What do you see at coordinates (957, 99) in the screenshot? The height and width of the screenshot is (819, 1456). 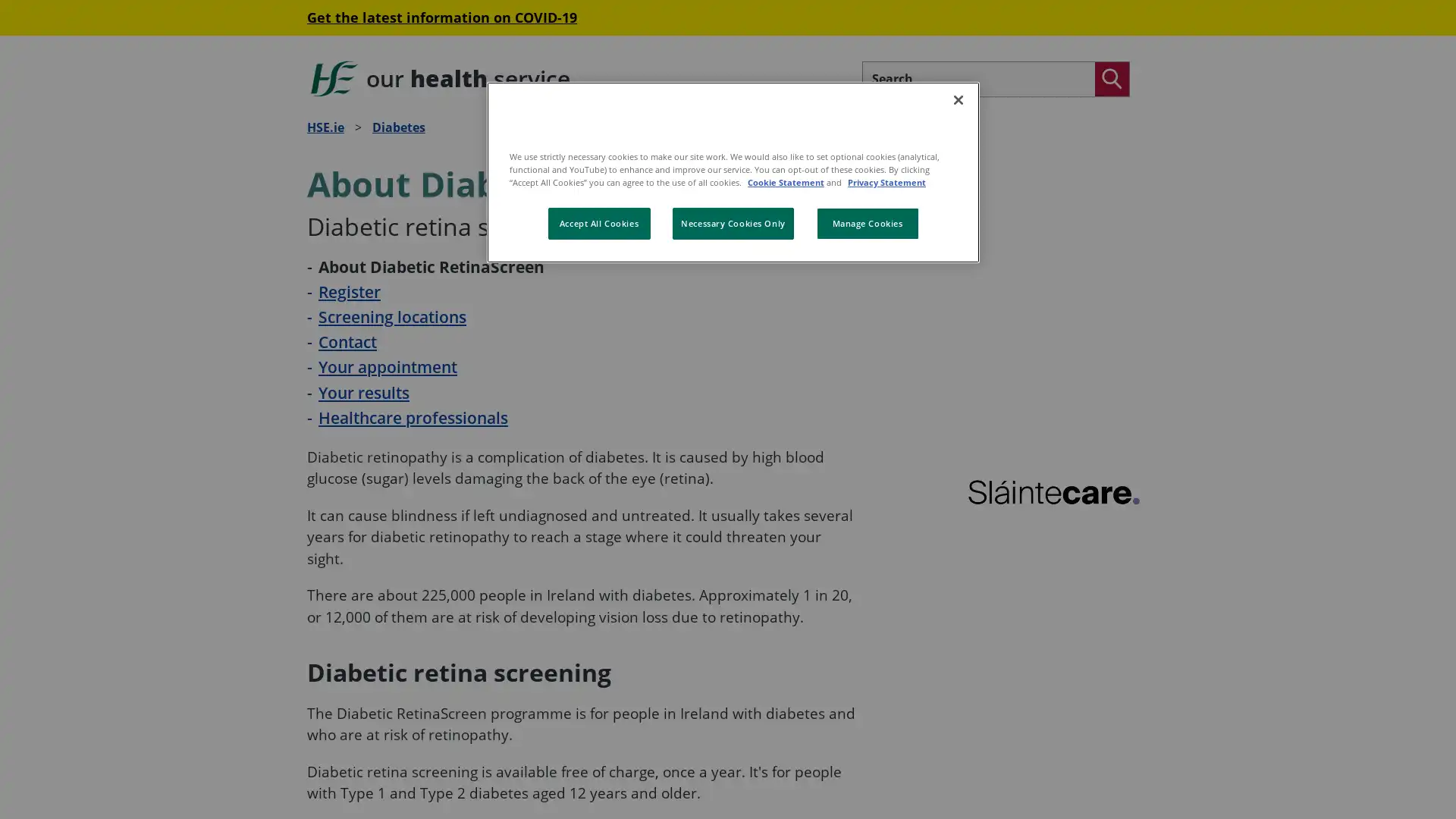 I see `Close` at bounding box center [957, 99].